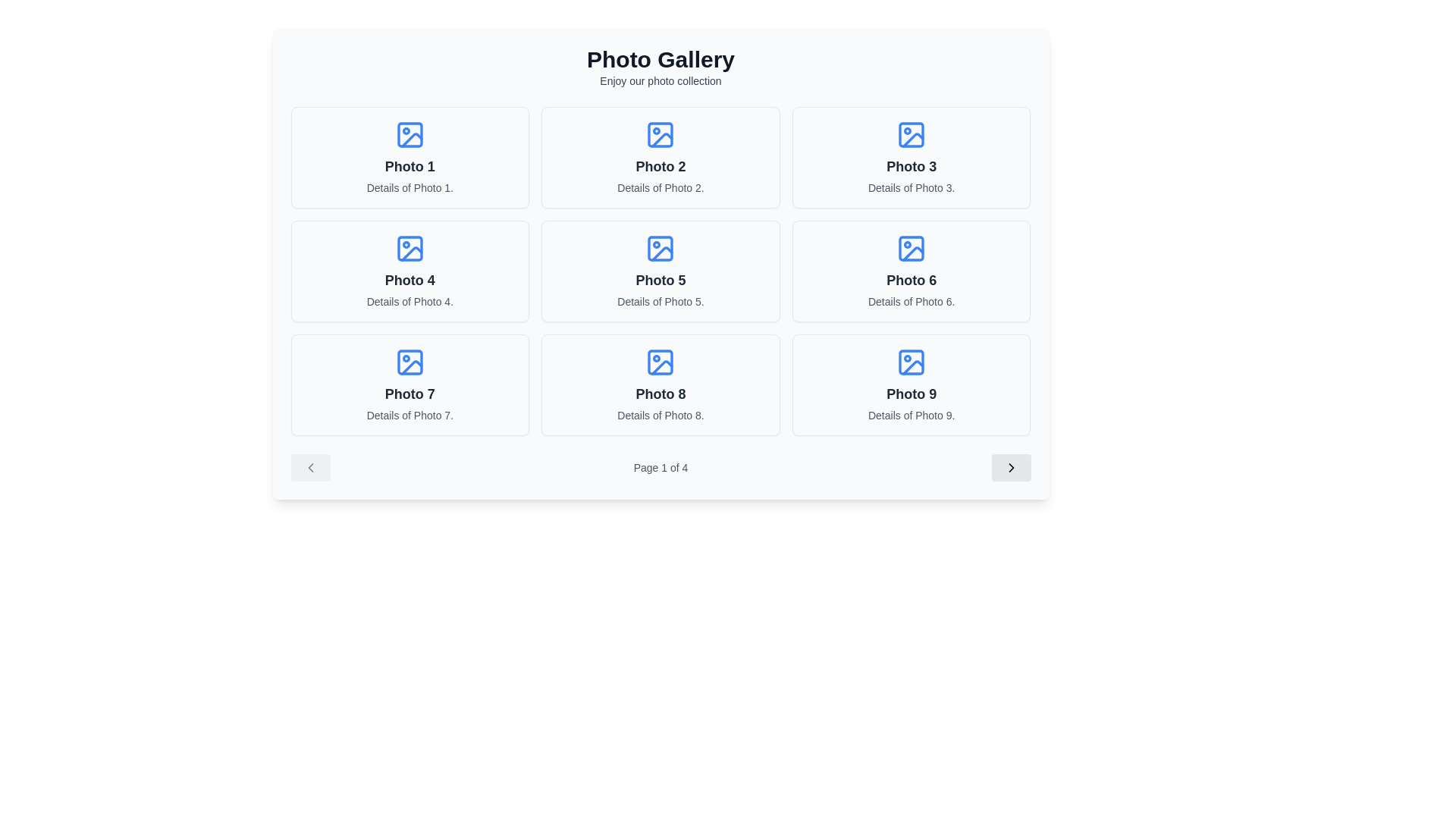 The image size is (1456, 819). Describe the element at coordinates (661, 467) in the screenshot. I see `the text label displaying 'Page 1 of 4', which is centrally aligned between the left and right navigation arrows in the pagination layout` at that location.